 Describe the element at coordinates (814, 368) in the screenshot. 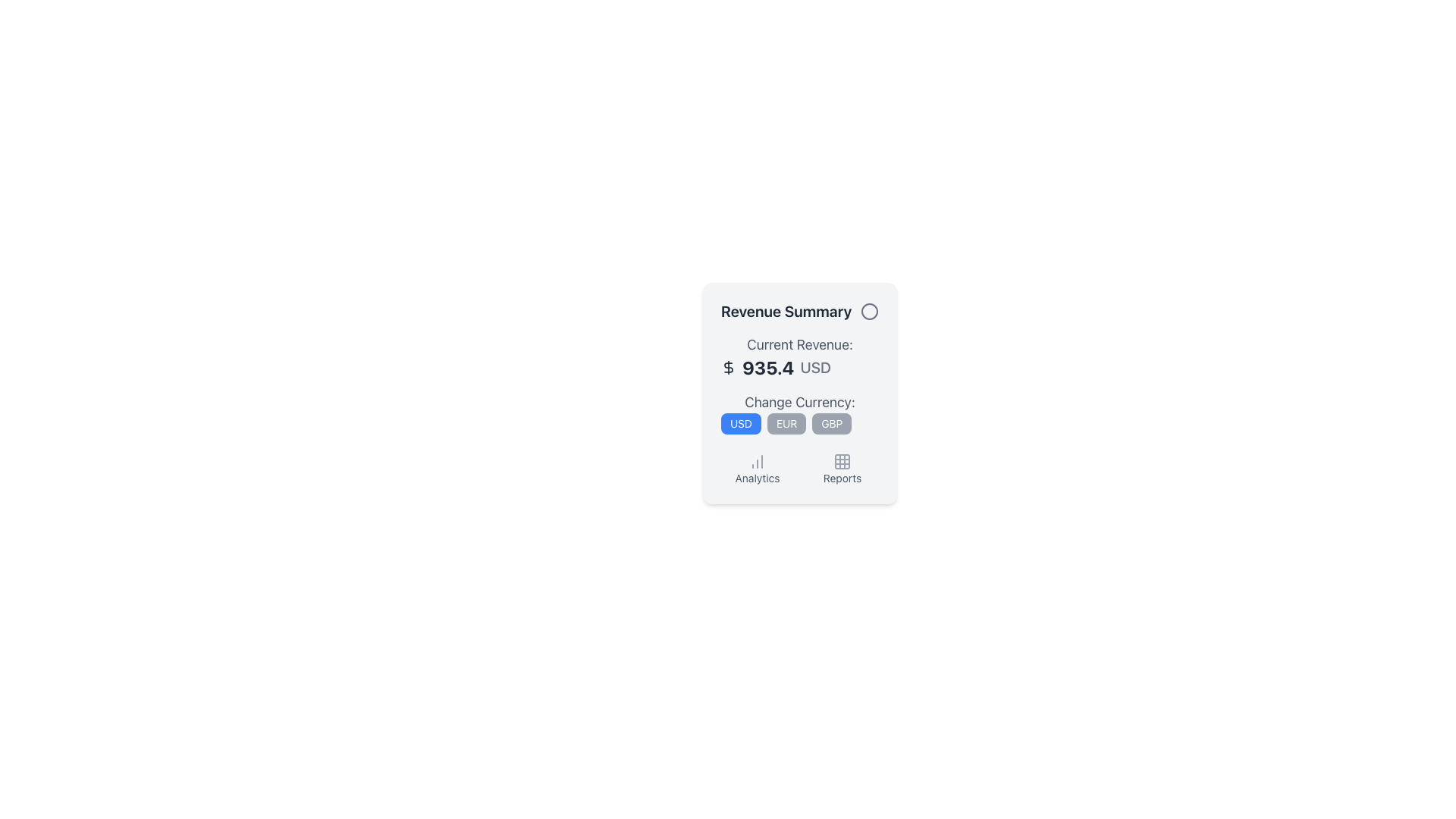

I see `the text label displaying 'USD', which is aligned to the right of the numeric value '935.4' and styled in gray, located in the middle section of the interface below the 'Current Revenue:' label` at that location.